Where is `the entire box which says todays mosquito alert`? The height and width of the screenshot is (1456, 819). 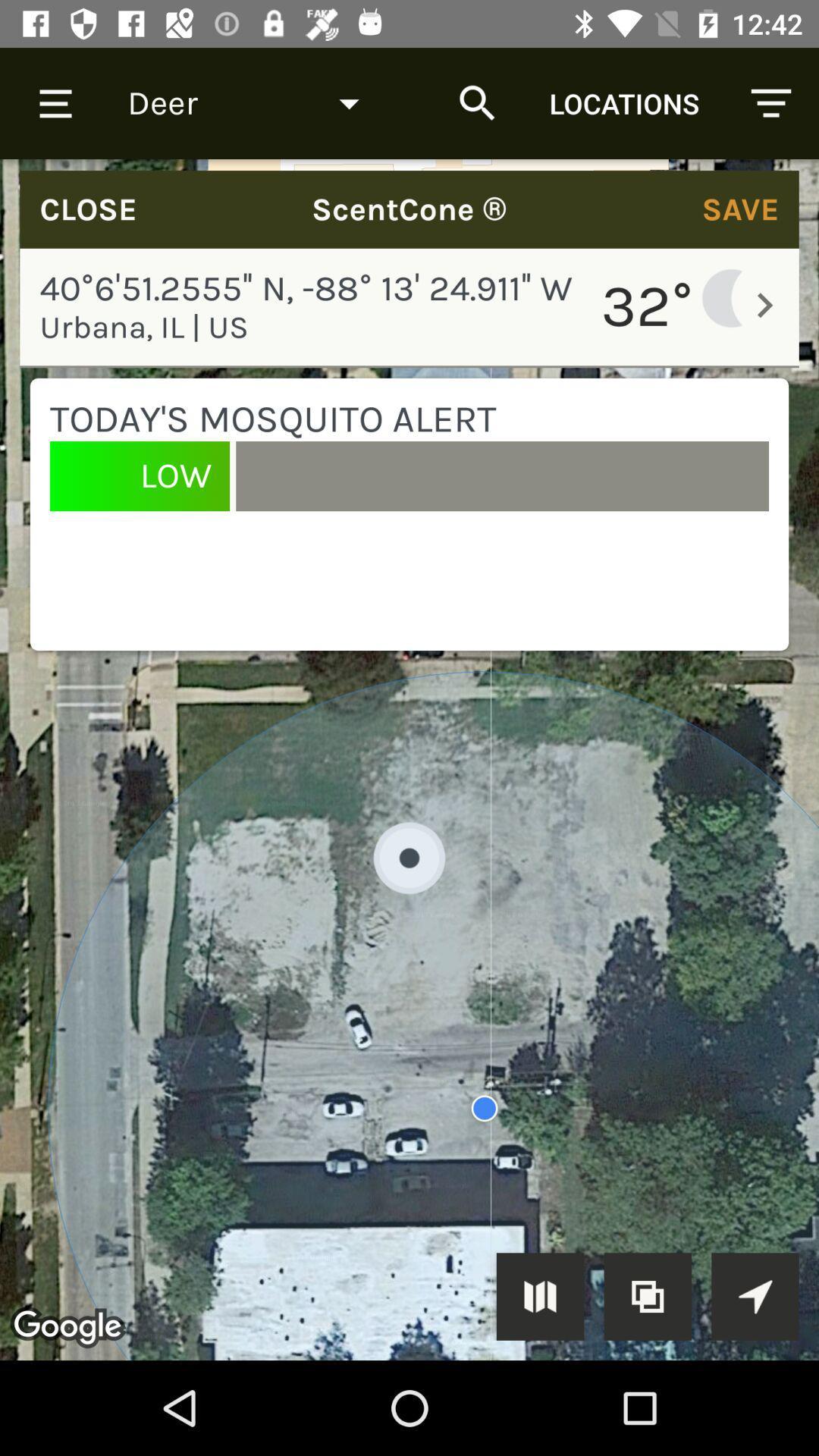 the entire box which says todays mosquito alert is located at coordinates (409, 514).